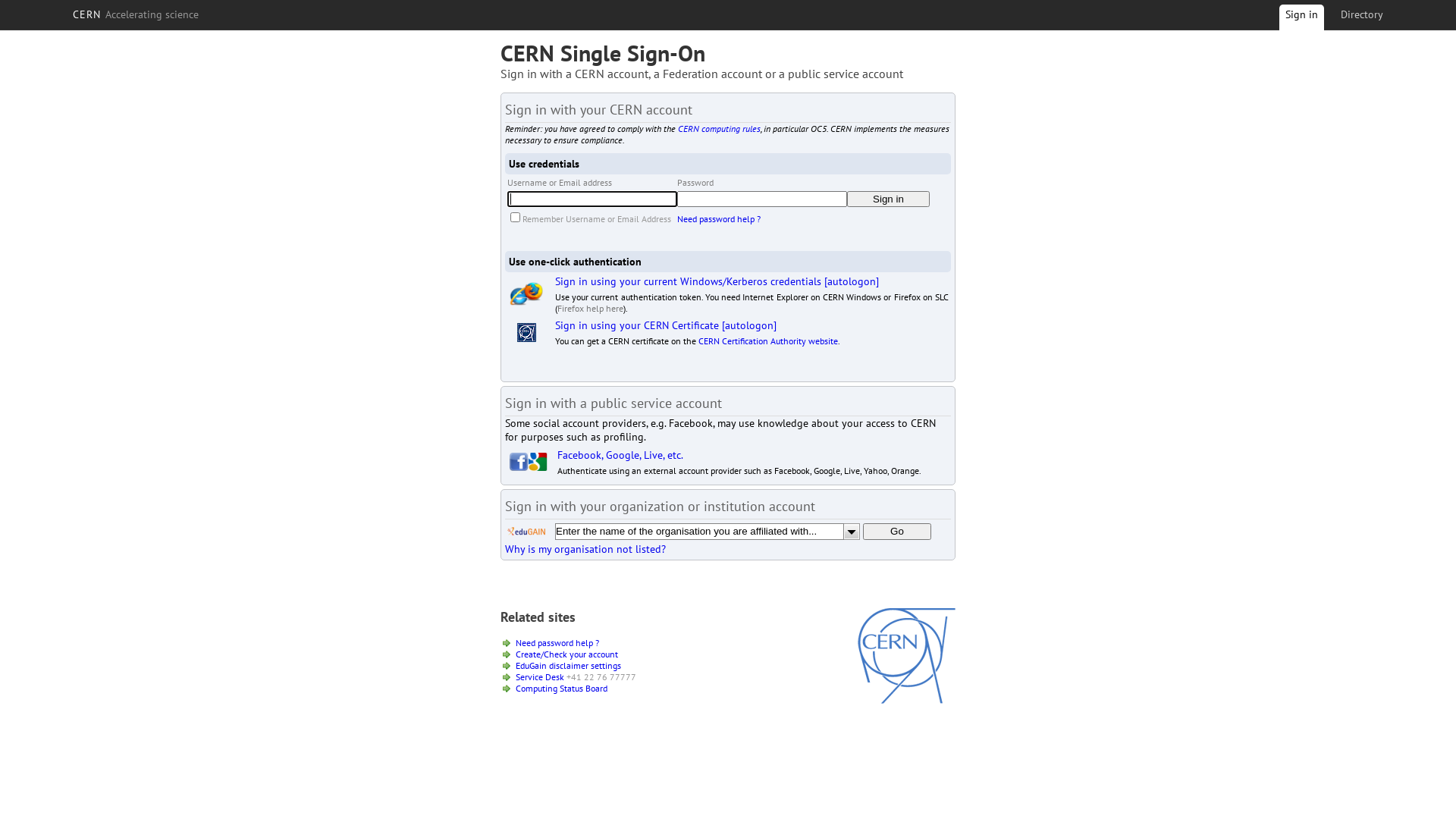  I want to click on '[autologon]', so click(852, 281).